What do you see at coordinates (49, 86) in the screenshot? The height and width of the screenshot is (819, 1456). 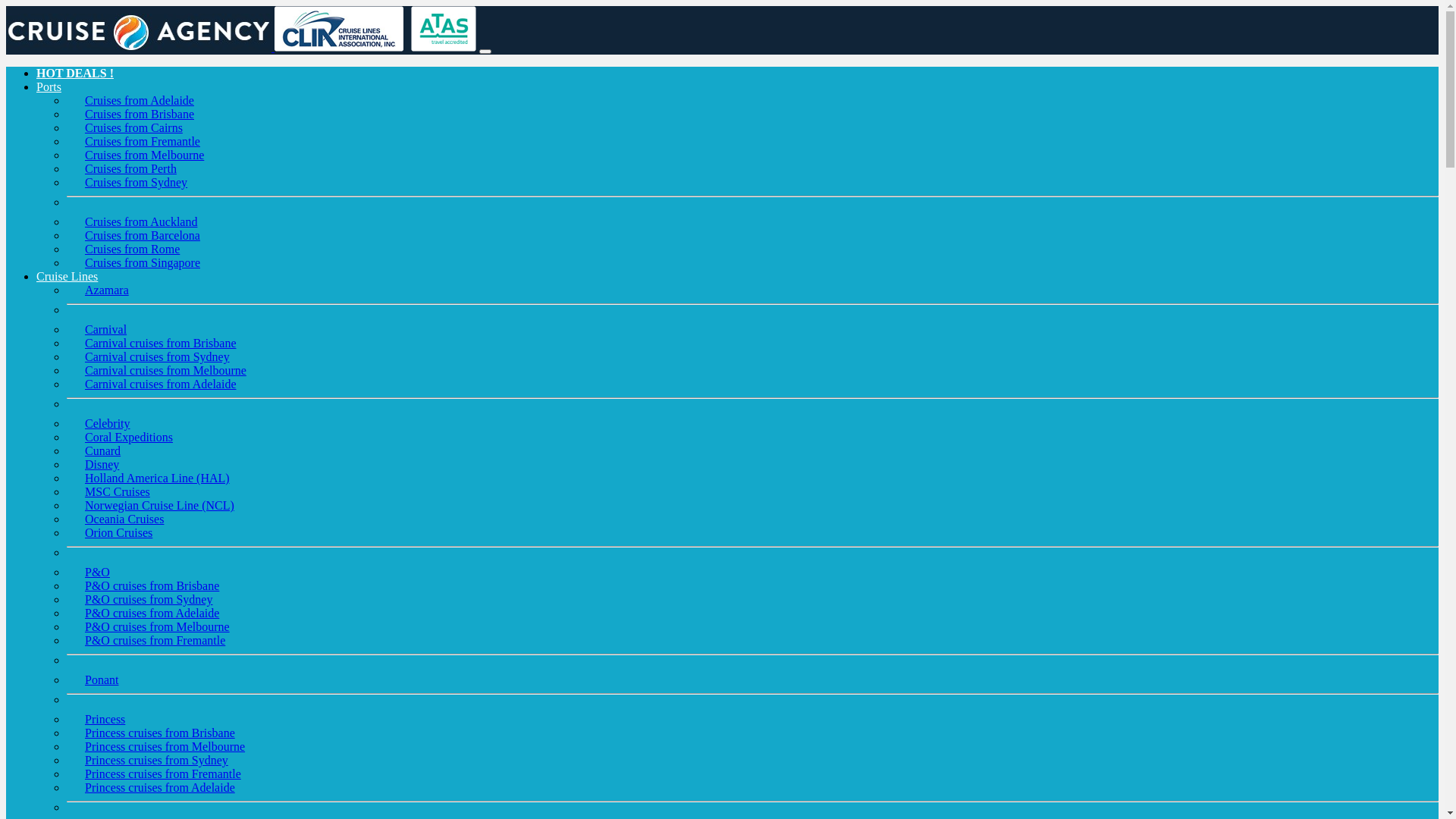 I see `'Ports'` at bounding box center [49, 86].